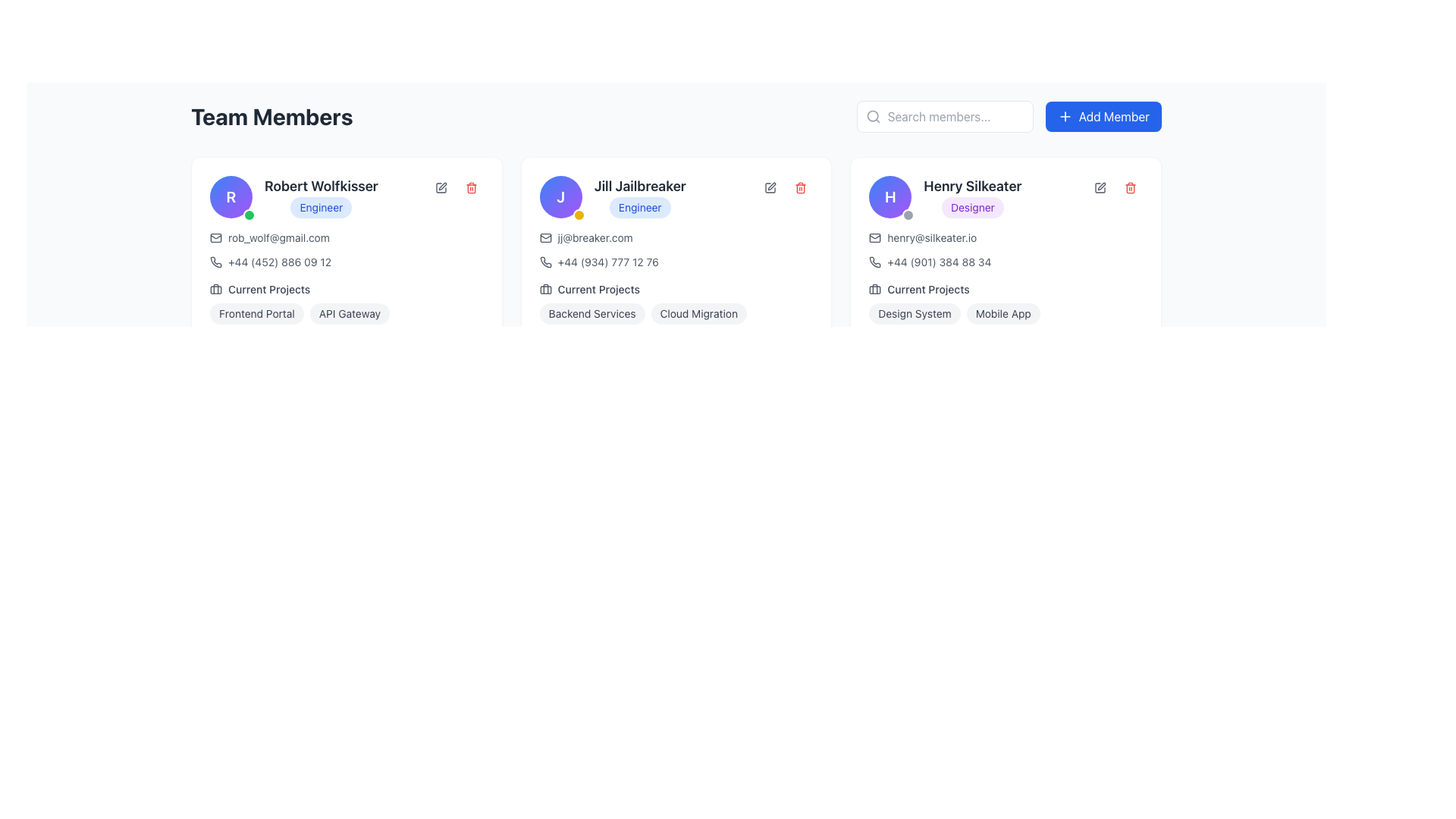  Describe the element at coordinates (1100, 187) in the screenshot. I see `the button` at that location.